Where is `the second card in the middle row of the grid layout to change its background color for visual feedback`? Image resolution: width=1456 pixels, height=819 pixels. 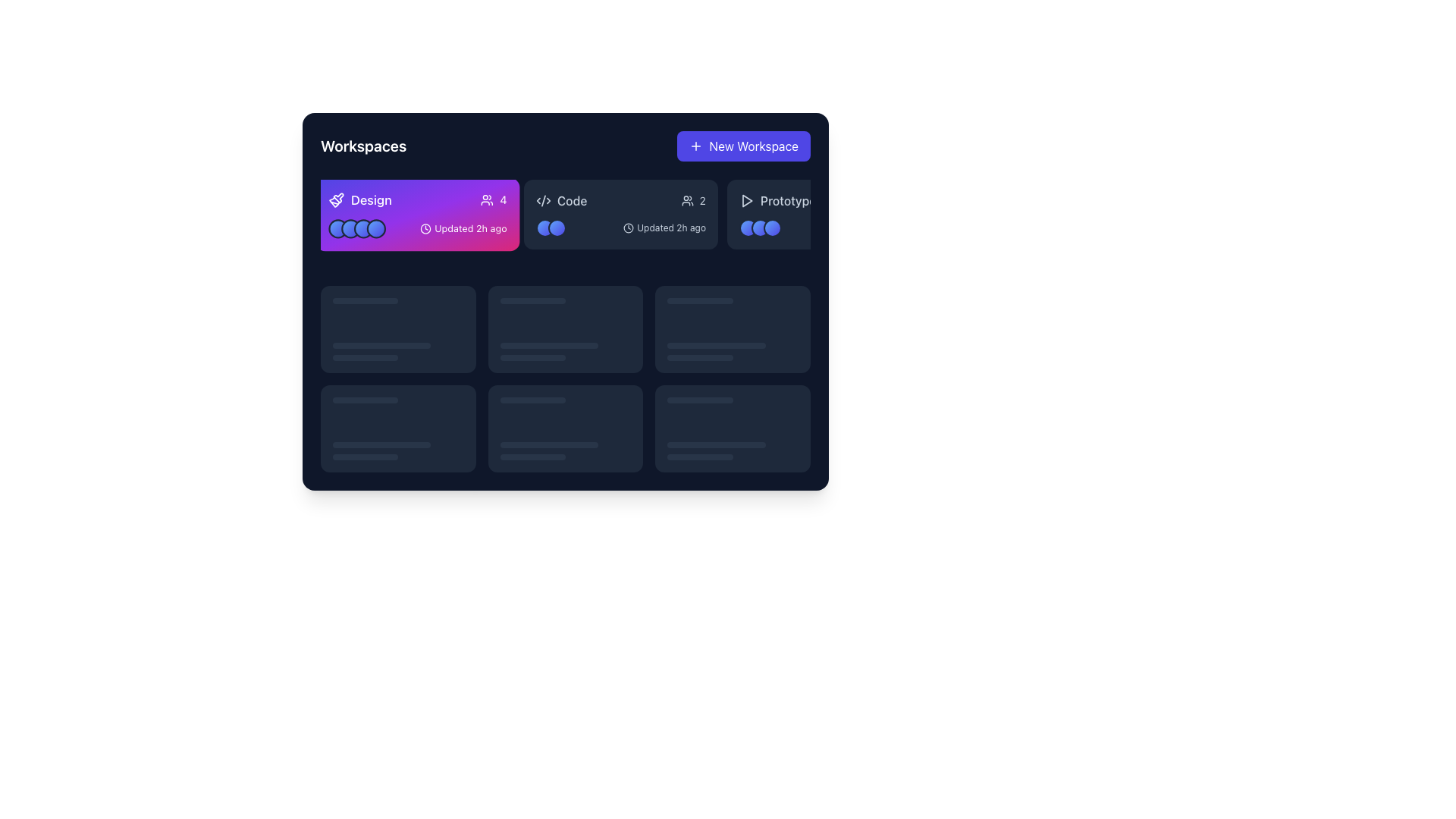 the second card in the middle row of the grid layout to change its background color for visual feedback is located at coordinates (564, 328).